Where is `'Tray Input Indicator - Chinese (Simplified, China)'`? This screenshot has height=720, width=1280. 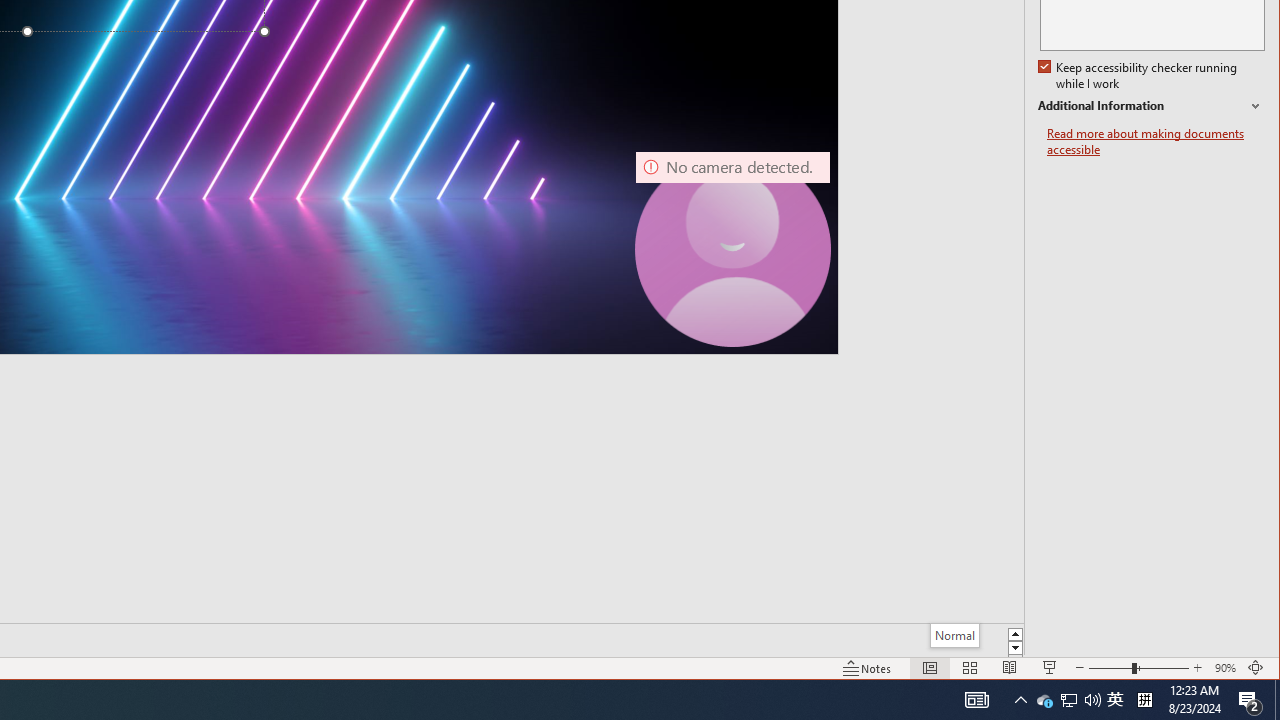 'Tray Input Indicator - Chinese (Simplified, China)' is located at coordinates (1144, 698).